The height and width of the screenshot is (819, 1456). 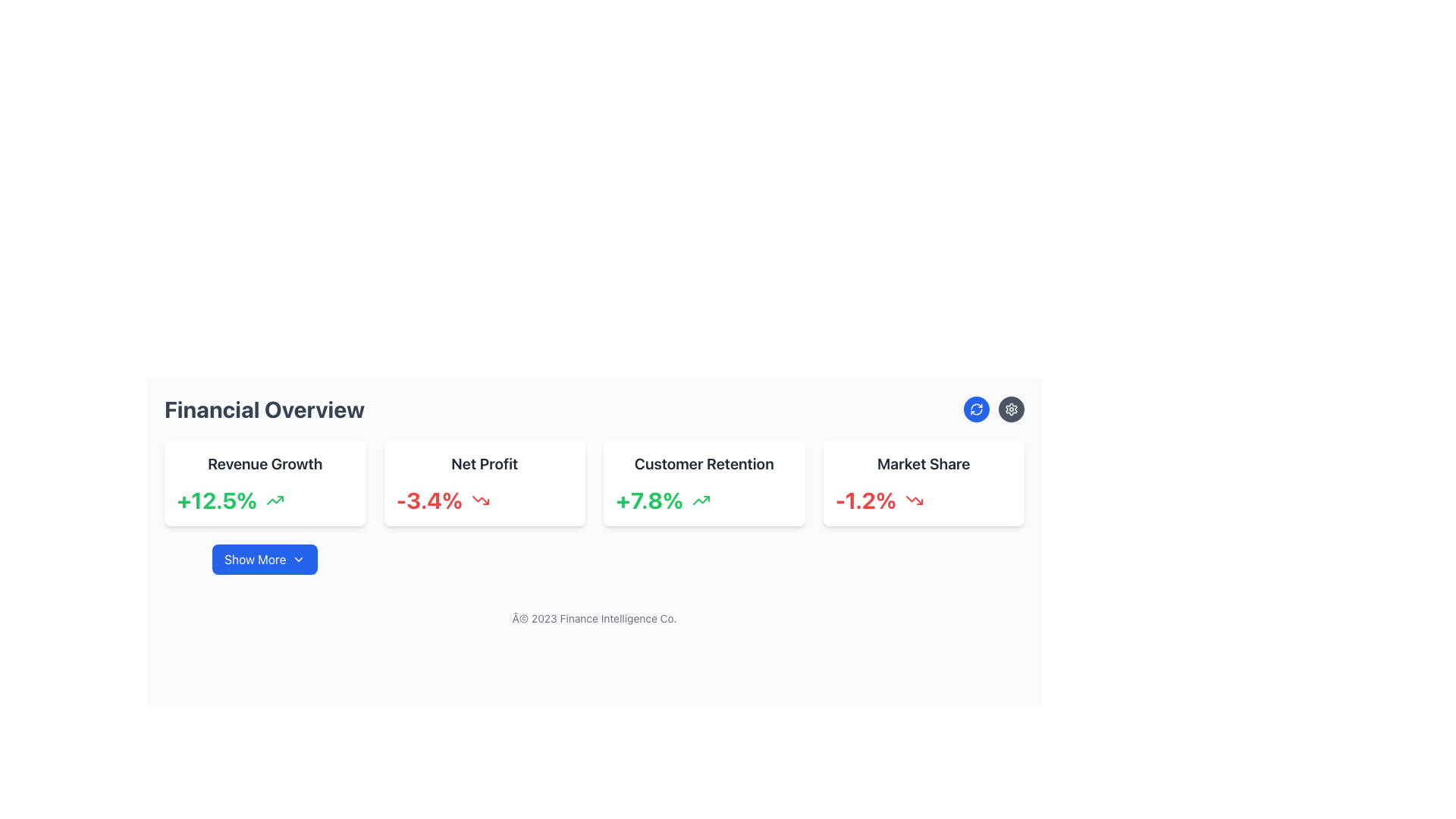 I want to click on the customer retention metrics card that displays the percentage change in customer retention with an upward arrow, situated in the bottom row of the grid layout, to the right of the 'Net Profit' card and to the left of the 'Market Share' card, so click(x=703, y=483).